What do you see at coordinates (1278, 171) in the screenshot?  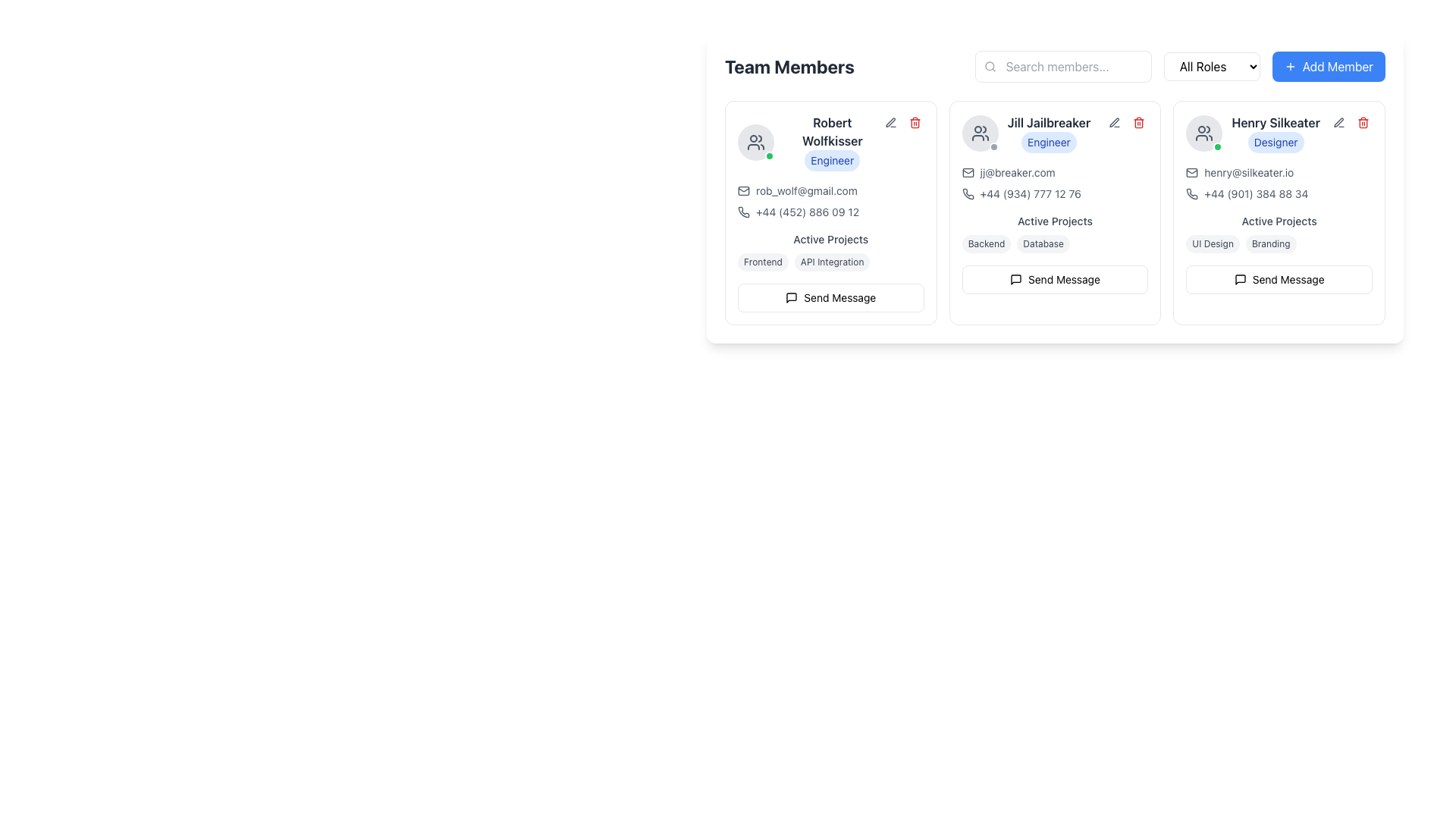 I see `the Interactive Text with Icon for Henry Silkeater, which provides the email address hyperlink 'henry@silkeater.io'` at bounding box center [1278, 171].